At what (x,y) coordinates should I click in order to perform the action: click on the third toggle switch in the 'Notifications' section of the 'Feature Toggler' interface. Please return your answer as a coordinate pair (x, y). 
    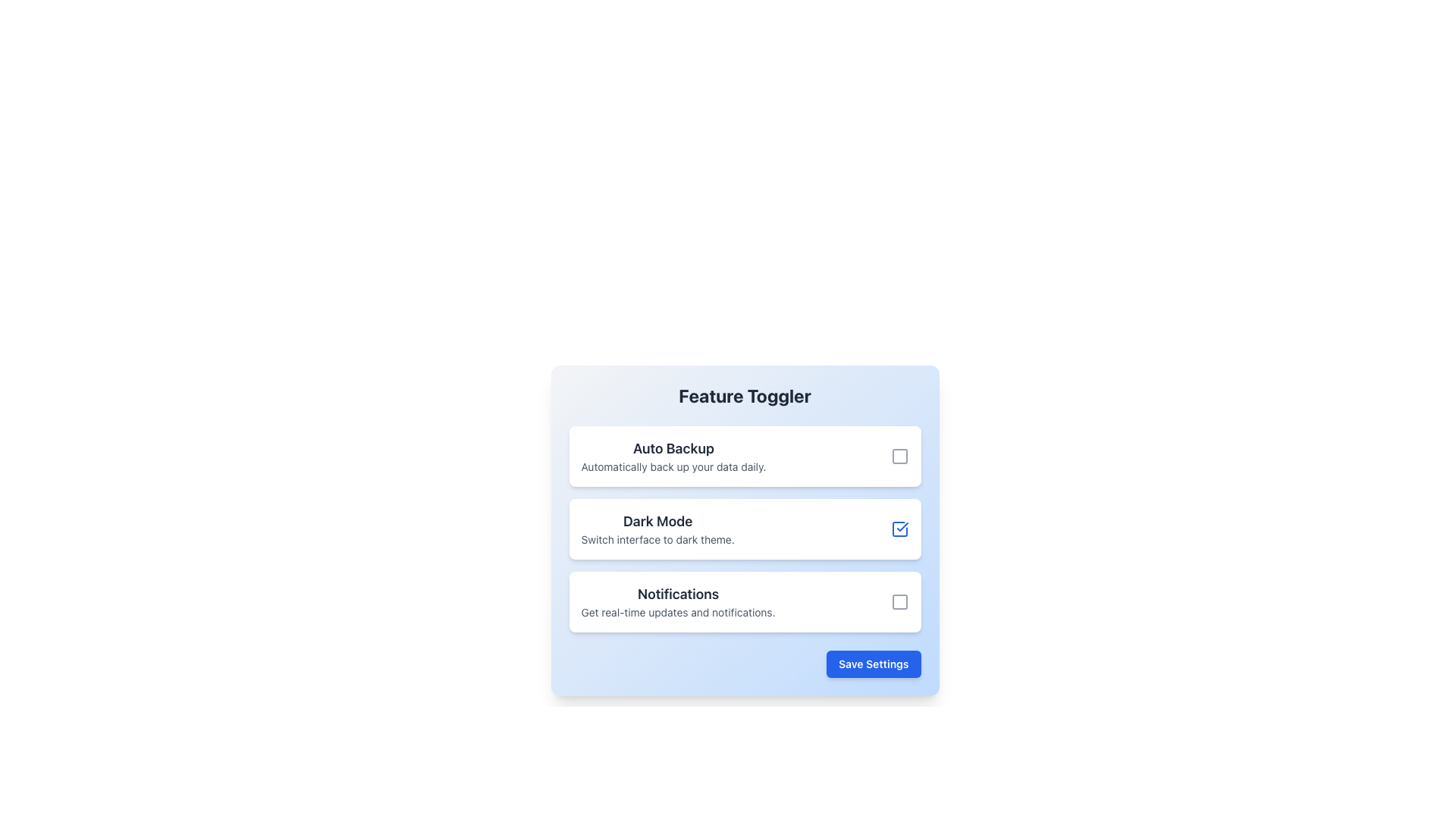
    Looking at the image, I should click on (899, 601).